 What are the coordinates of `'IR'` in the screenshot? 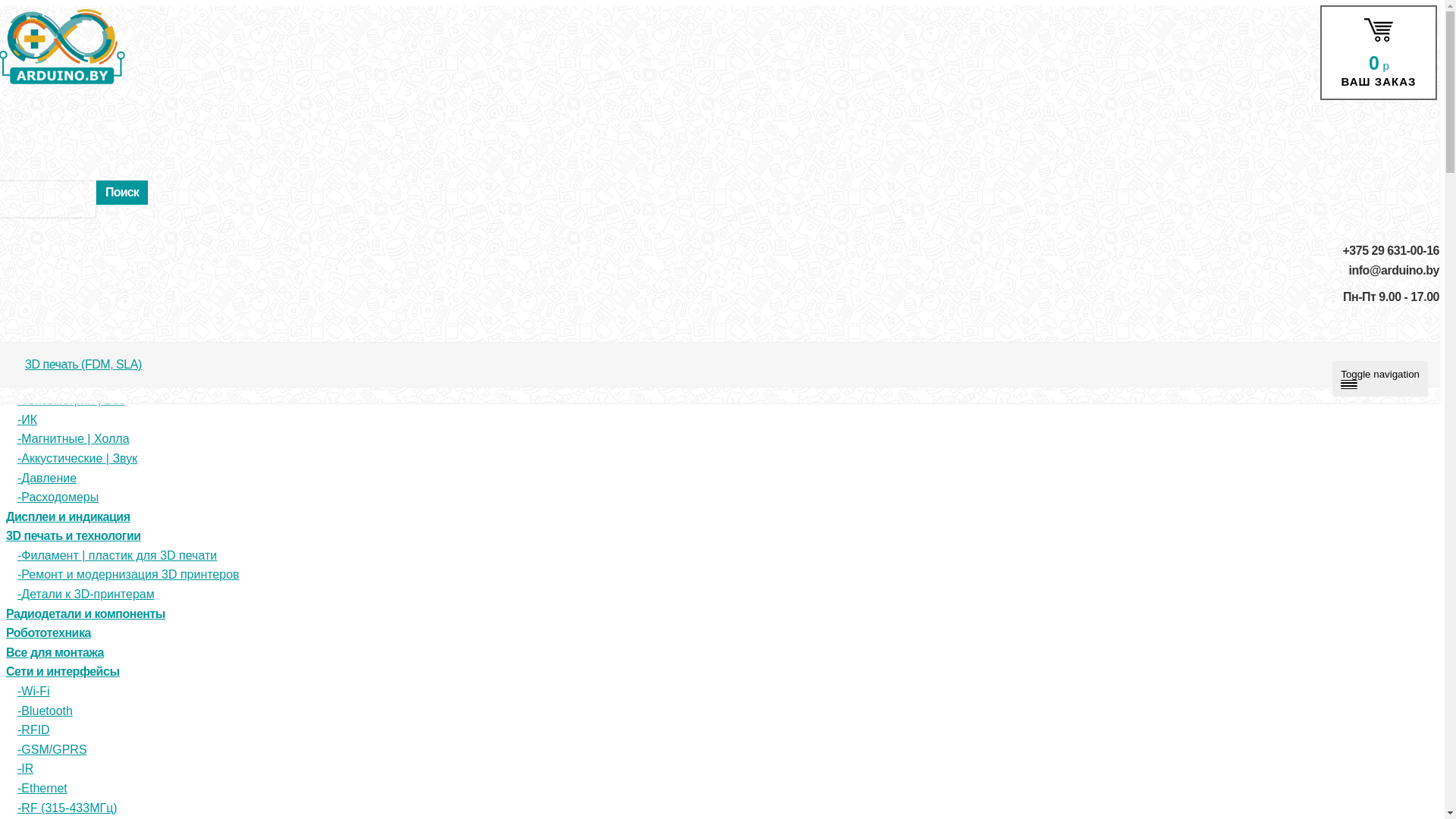 It's located at (25, 768).